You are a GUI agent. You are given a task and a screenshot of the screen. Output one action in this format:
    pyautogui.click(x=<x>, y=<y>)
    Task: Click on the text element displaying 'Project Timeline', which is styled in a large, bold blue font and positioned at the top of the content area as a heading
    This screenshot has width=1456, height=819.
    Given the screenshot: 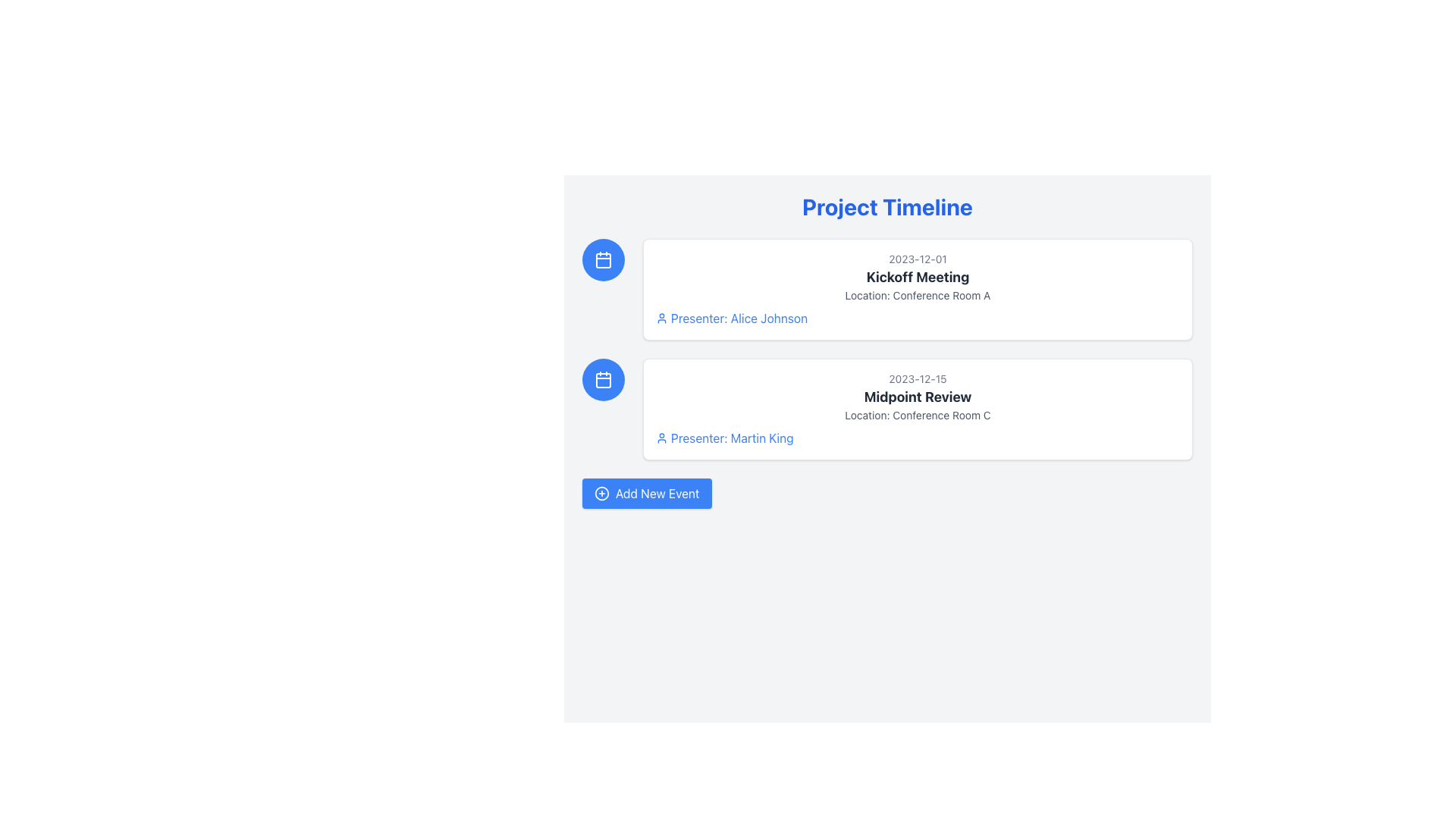 What is the action you would take?
    pyautogui.click(x=887, y=207)
    